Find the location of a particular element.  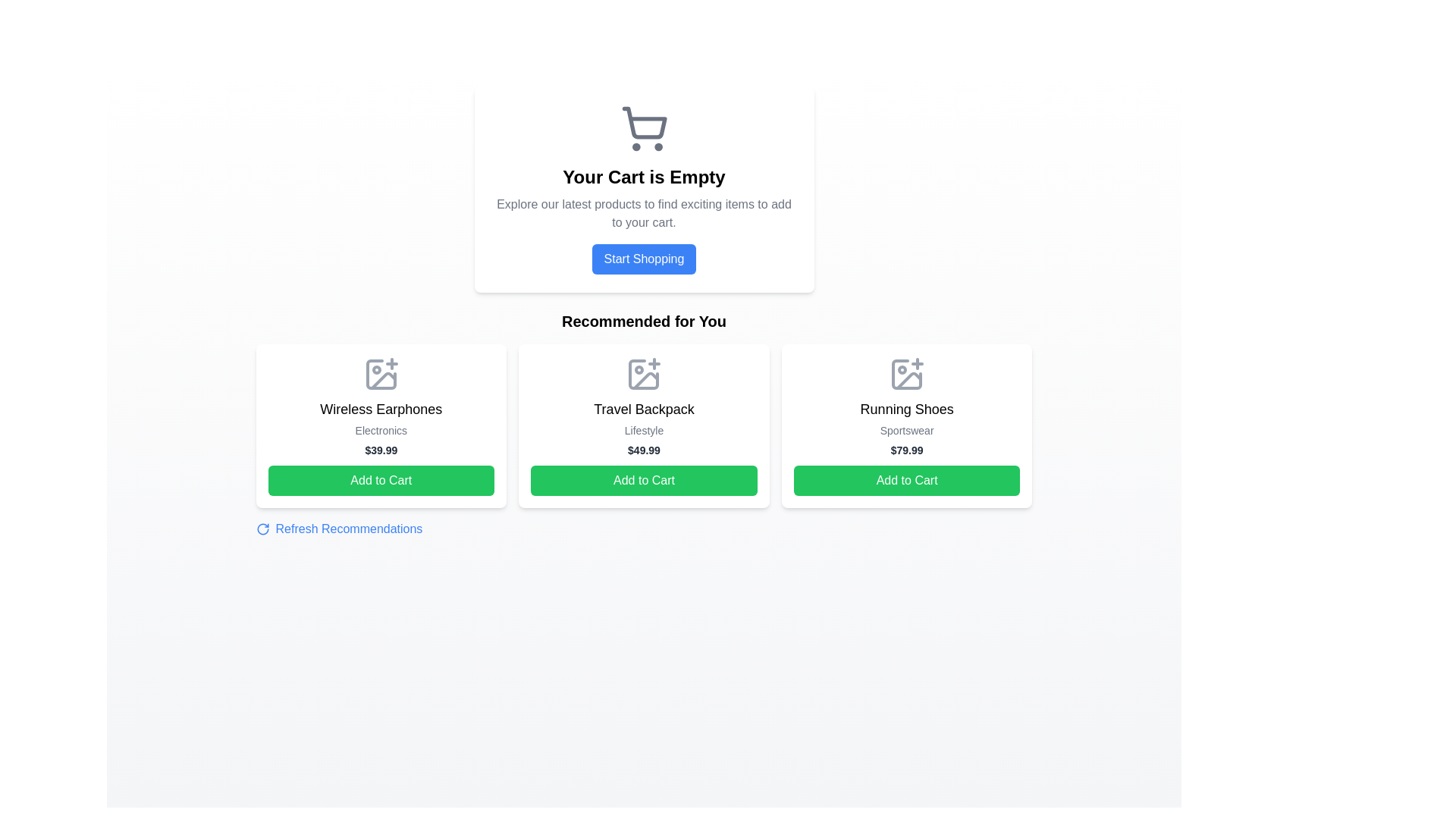

the shopping cart icon, which is a gray outline with rounded edges and two circular wheels, located at the top-center of a card above the 'Your Cart is Empty' text is located at coordinates (644, 127).